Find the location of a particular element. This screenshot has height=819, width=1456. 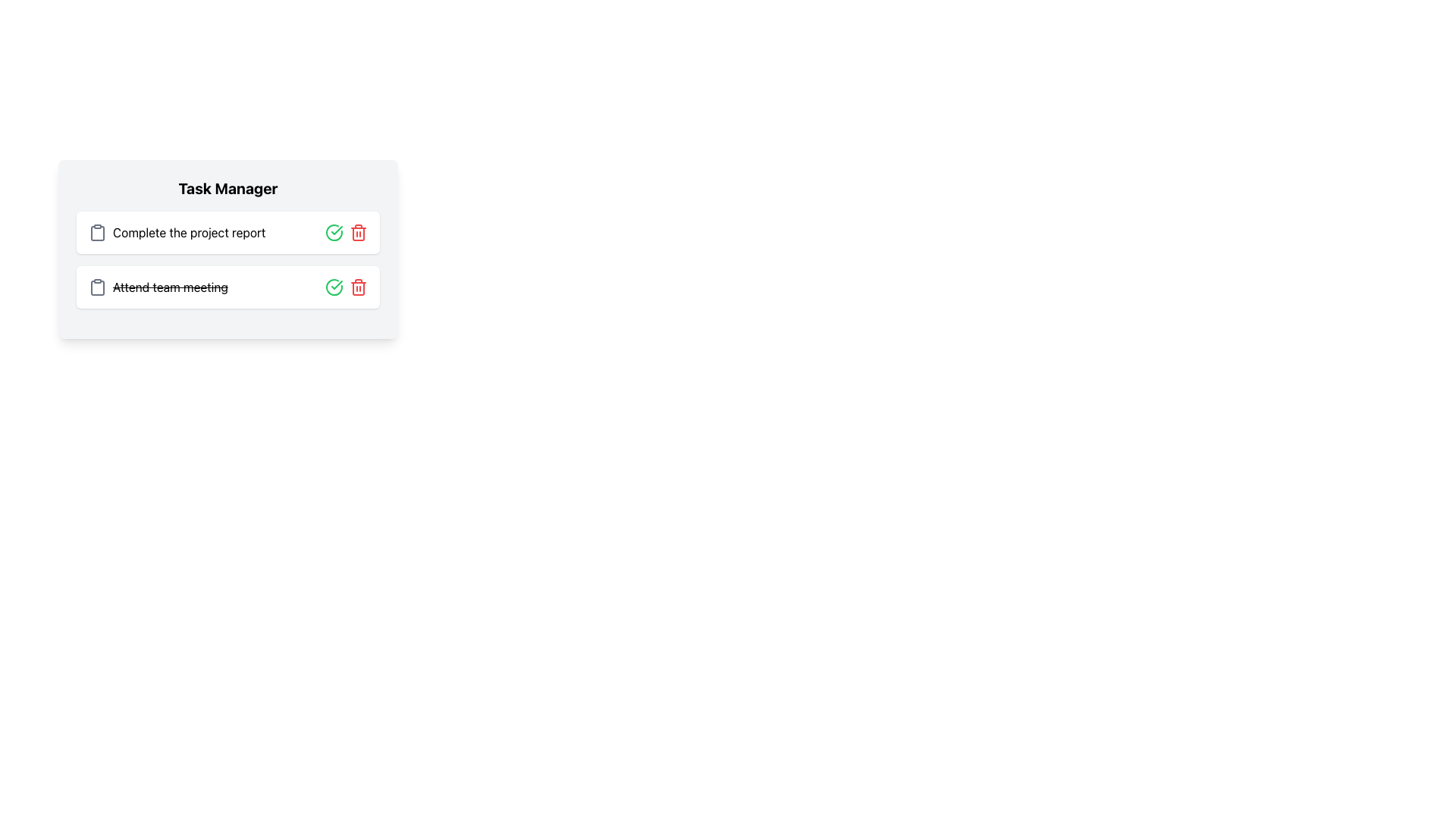

the clipboard icon representing the second task entry for 'Attend team meeting' in the task management interface is located at coordinates (97, 288).